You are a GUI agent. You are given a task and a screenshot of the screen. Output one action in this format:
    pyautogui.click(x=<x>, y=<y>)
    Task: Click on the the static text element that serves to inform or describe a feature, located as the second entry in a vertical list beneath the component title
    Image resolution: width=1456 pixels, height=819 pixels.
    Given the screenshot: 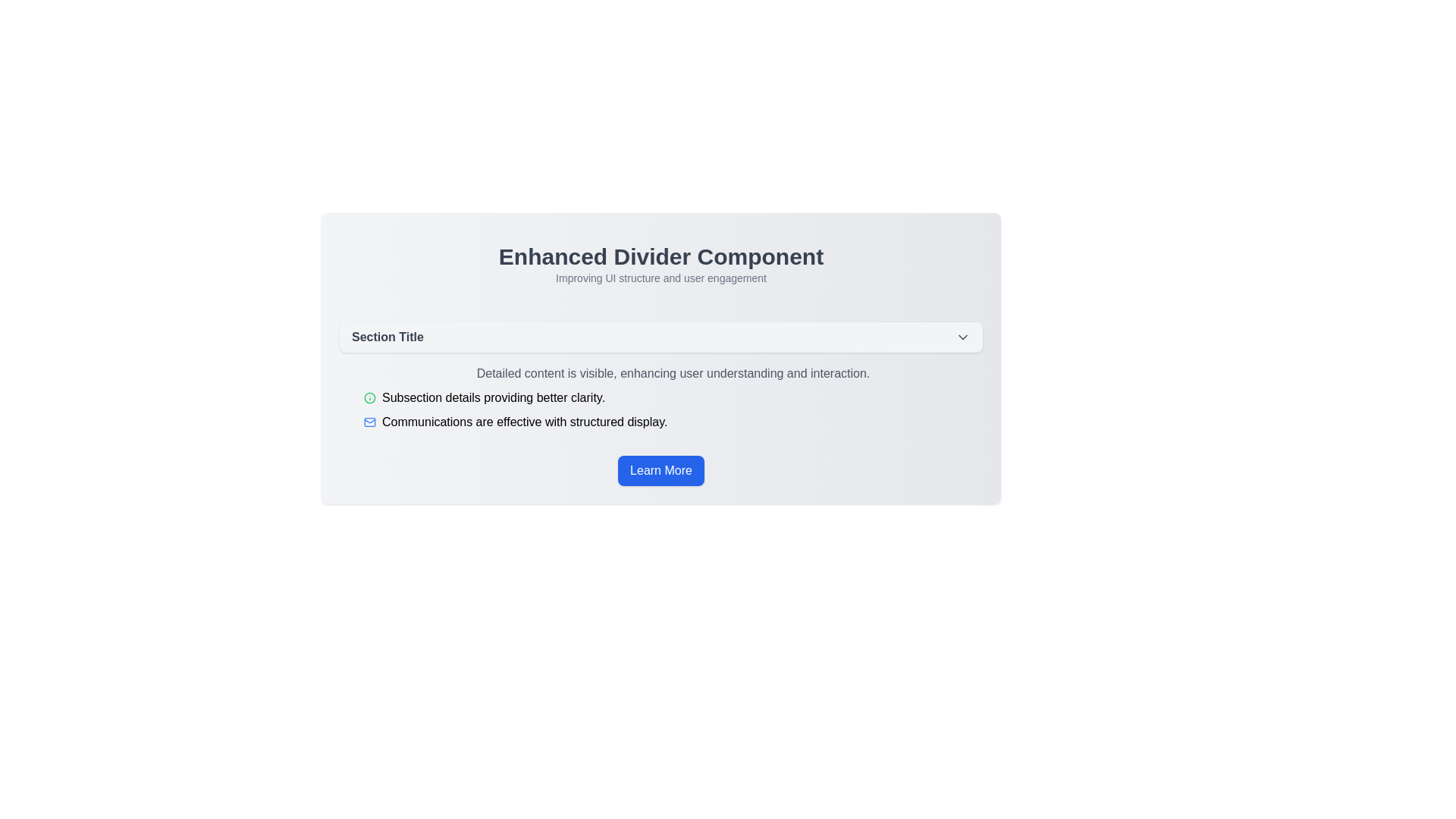 What is the action you would take?
    pyautogui.click(x=525, y=422)
    